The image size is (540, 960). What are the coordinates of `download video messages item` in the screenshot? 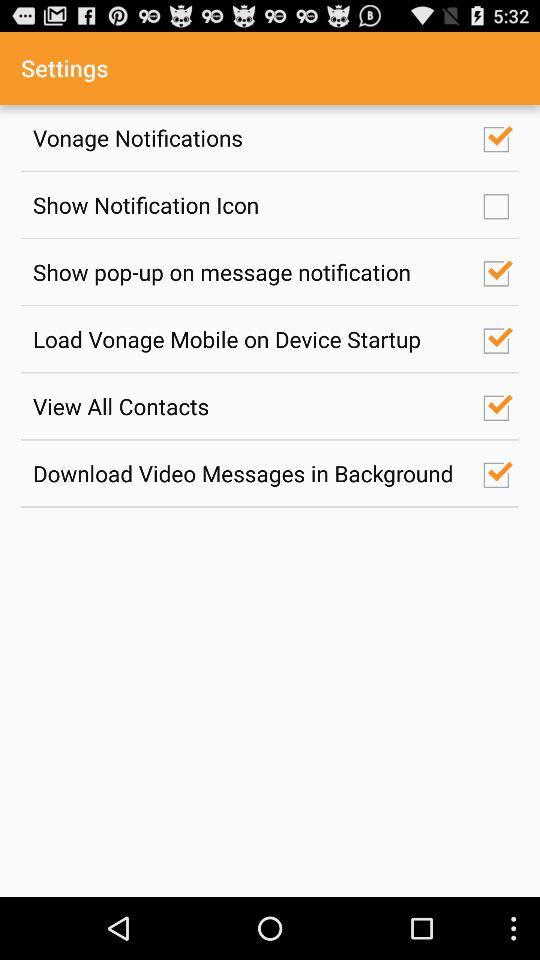 It's located at (247, 473).